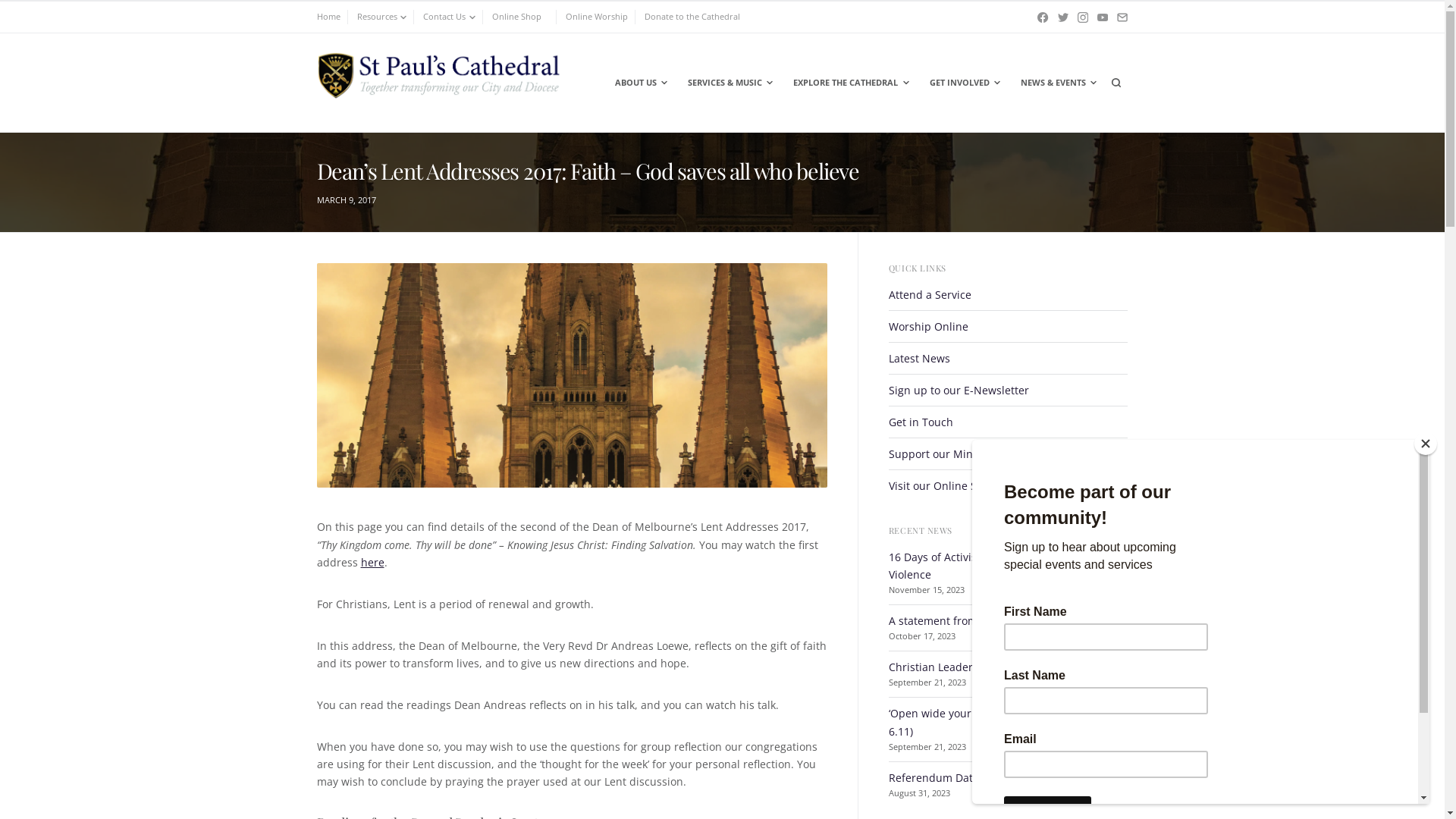 The width and height of the screenshot is (1456, 819). I want to click on 'A statement from the Dean', so click(956, 620).